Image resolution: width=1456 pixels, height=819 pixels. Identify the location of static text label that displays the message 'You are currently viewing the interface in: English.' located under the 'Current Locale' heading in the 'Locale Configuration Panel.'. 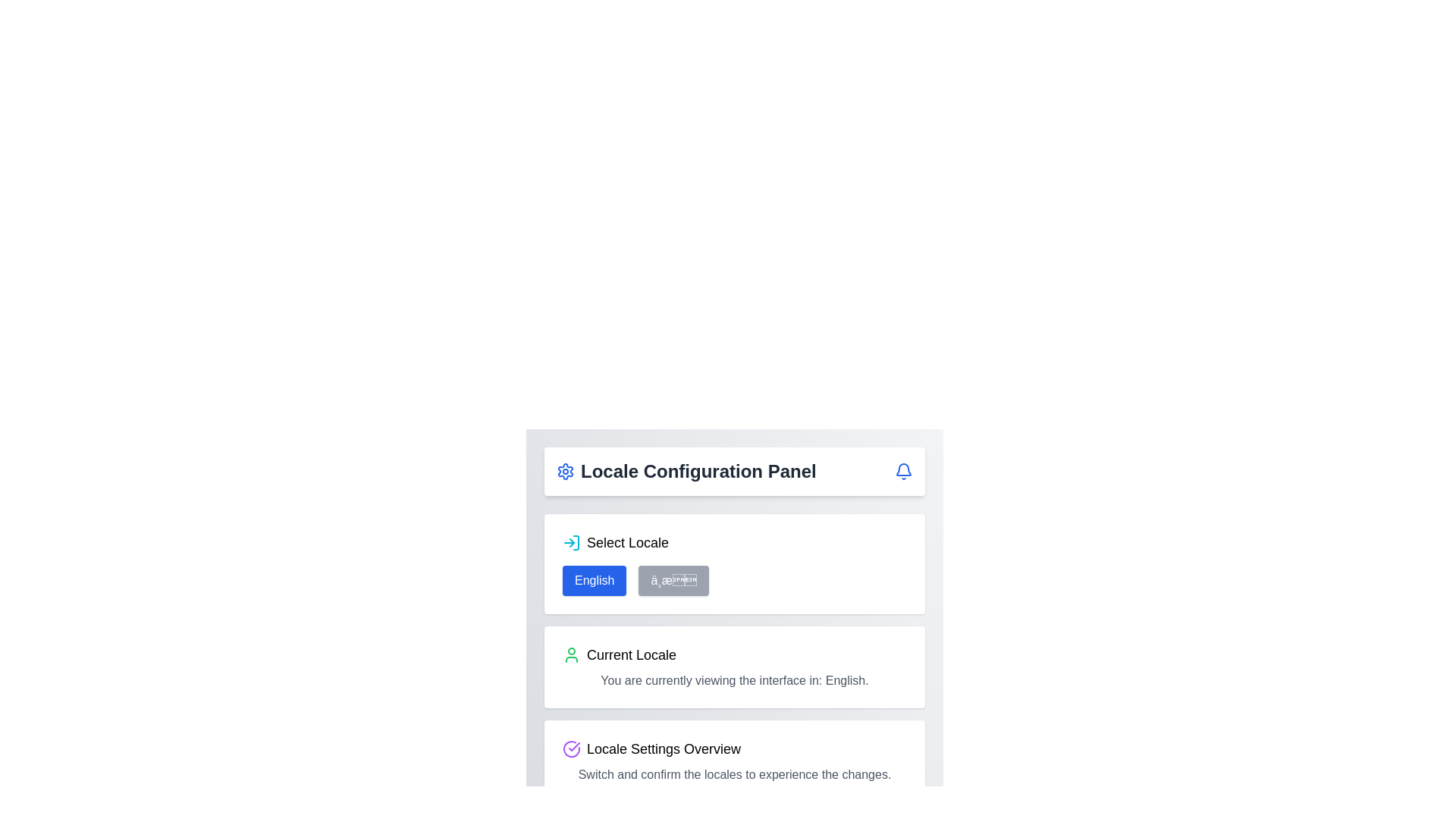
(735, 680).